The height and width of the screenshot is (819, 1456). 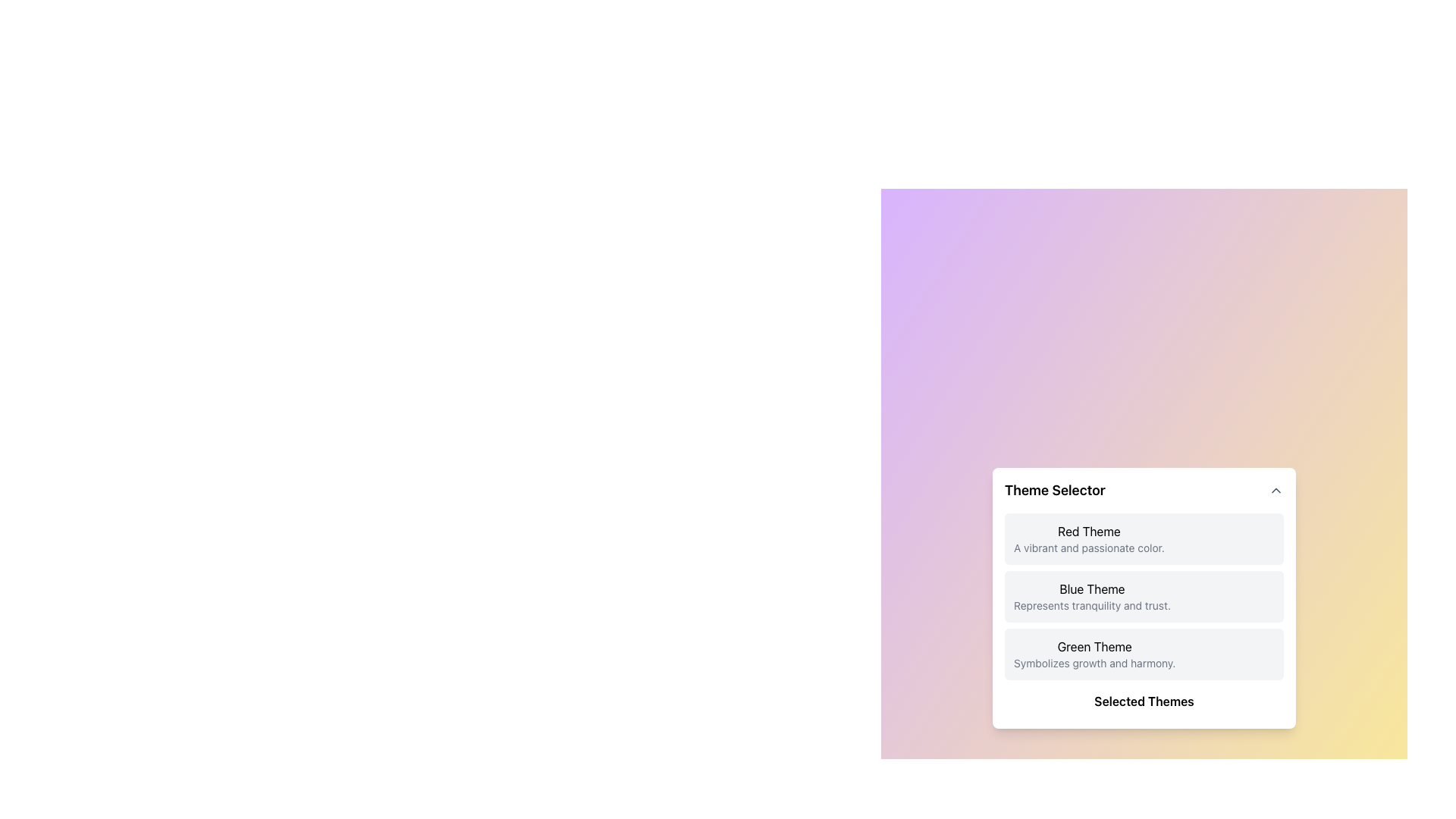 What do you see at coordinates (1144, 538) in the screenshot?
I see `the first list item labeled 'Red Theme' with a bold title and a description in a light gray rectangular background within the 'Theme Selector' group` at bounding box center [1144, 538].